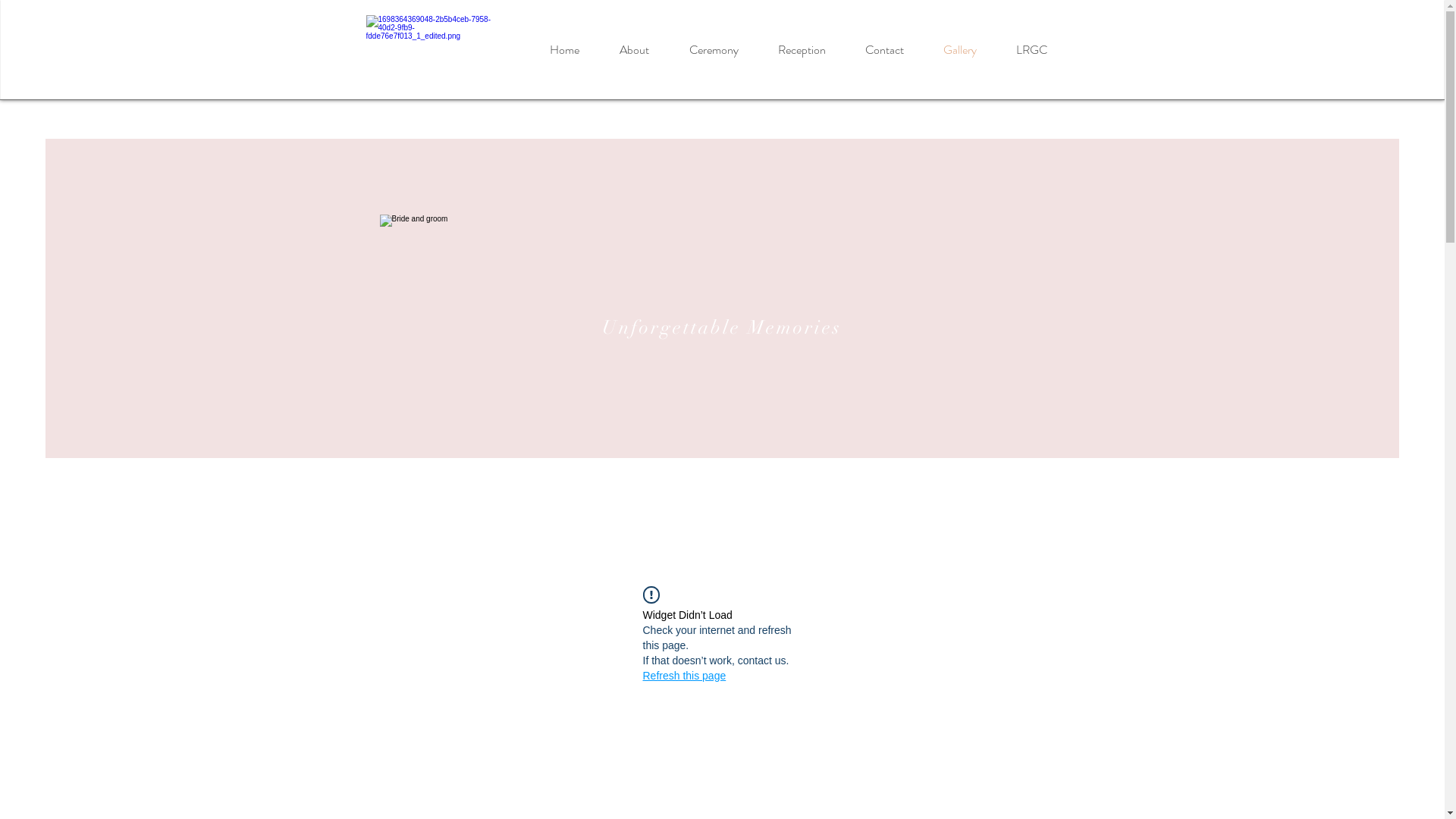 The height and width of the screenshot is (819, 1456). I want to click on 'Contact', so click(883, 49).